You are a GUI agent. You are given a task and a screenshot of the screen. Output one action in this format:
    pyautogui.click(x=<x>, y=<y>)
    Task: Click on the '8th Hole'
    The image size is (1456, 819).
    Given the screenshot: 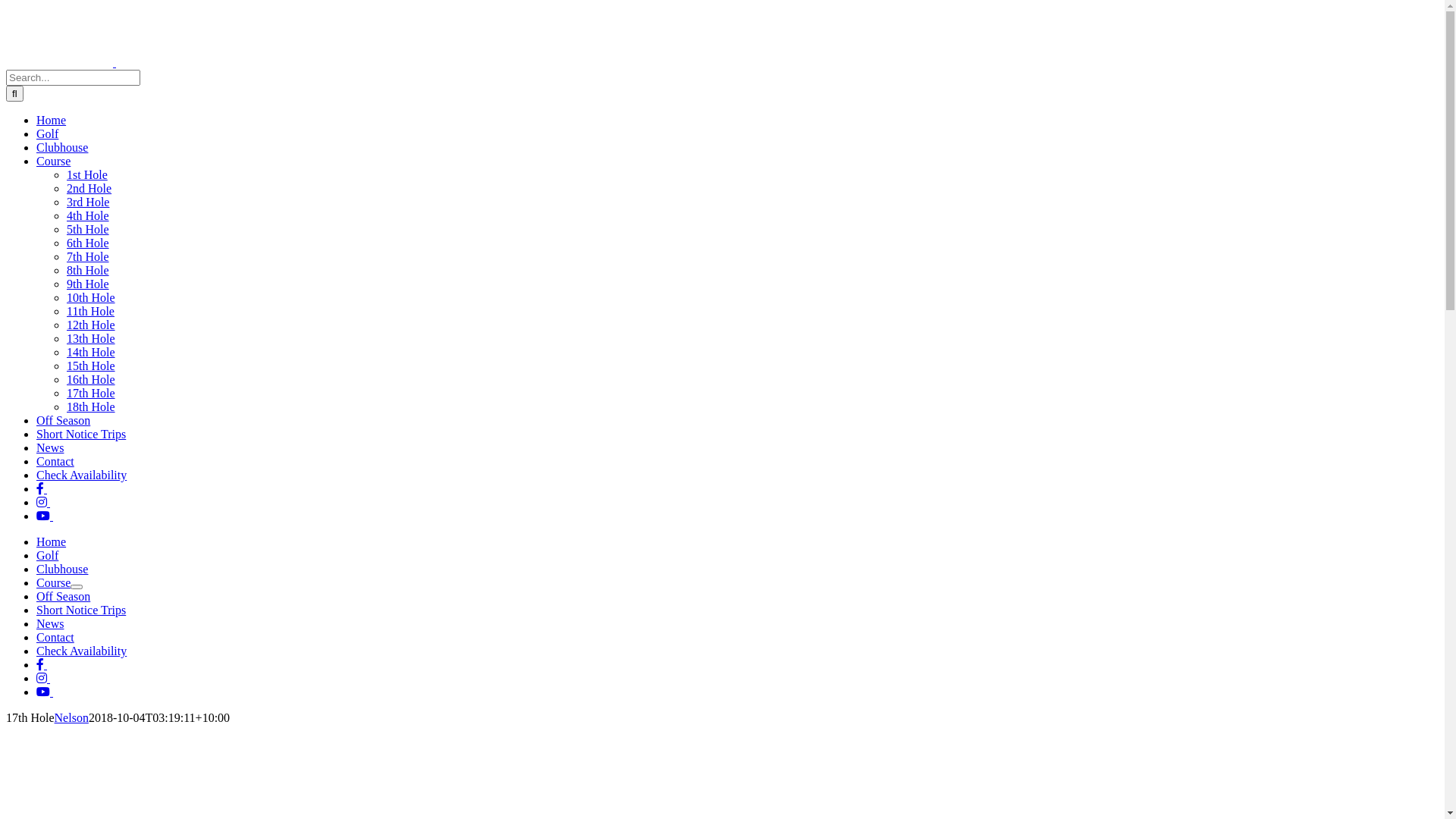 What is the action you would take?
    pyautogui.click(x=86, y=269)
    